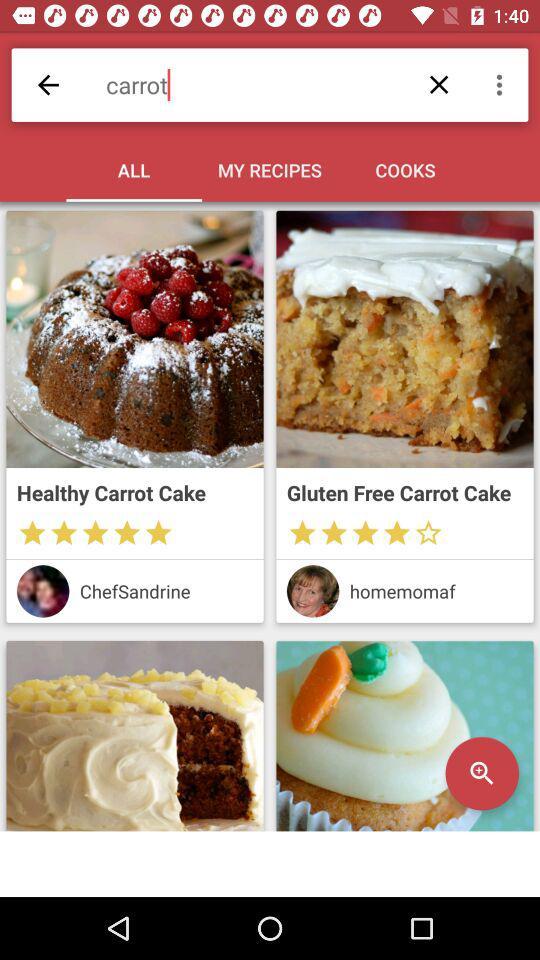  I want to click on open this user profile, so click(43, 591).